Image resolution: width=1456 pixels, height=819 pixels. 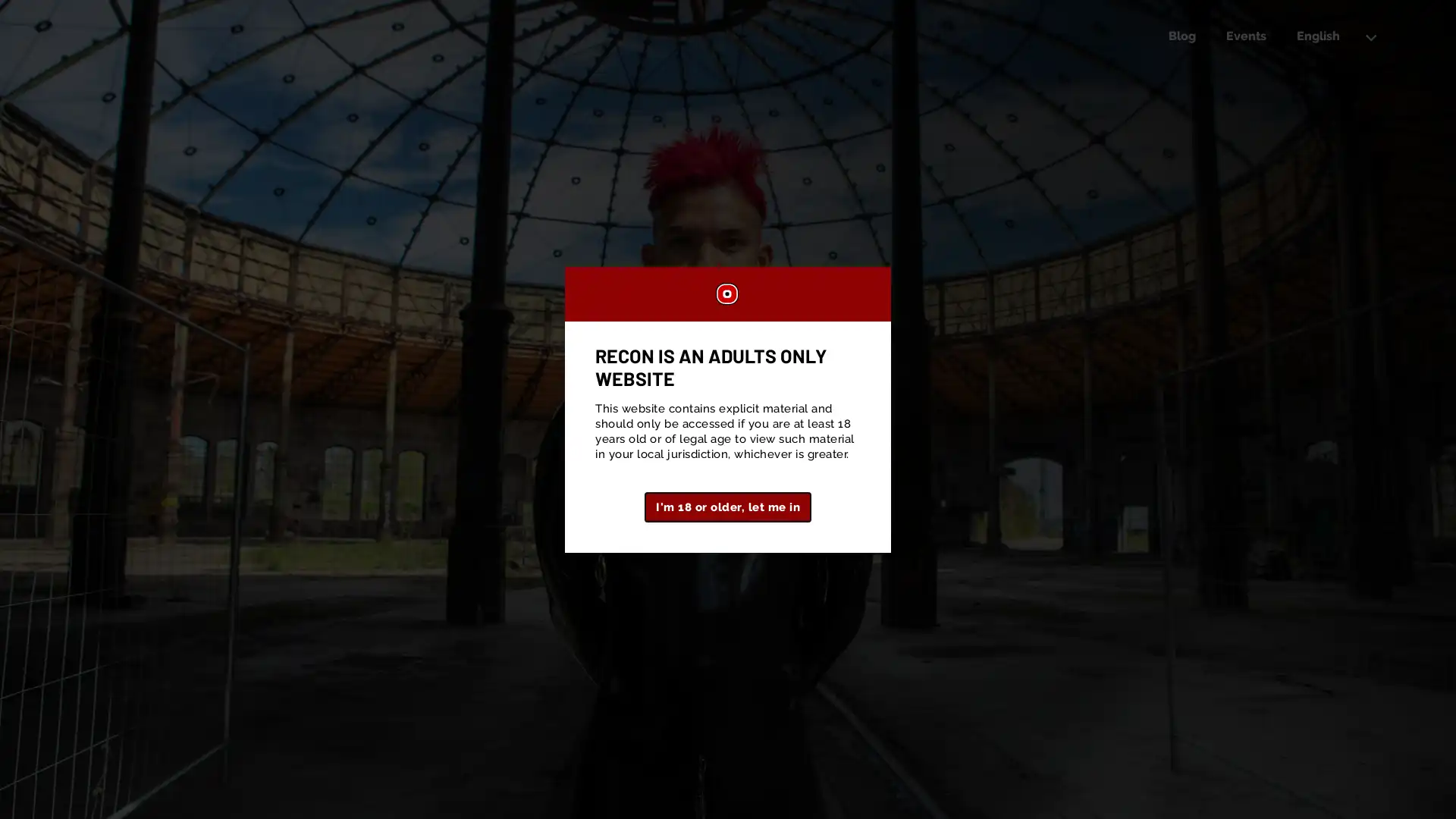 I want to click on I'm 18 or older, let me in, so click(x=728, y=506).